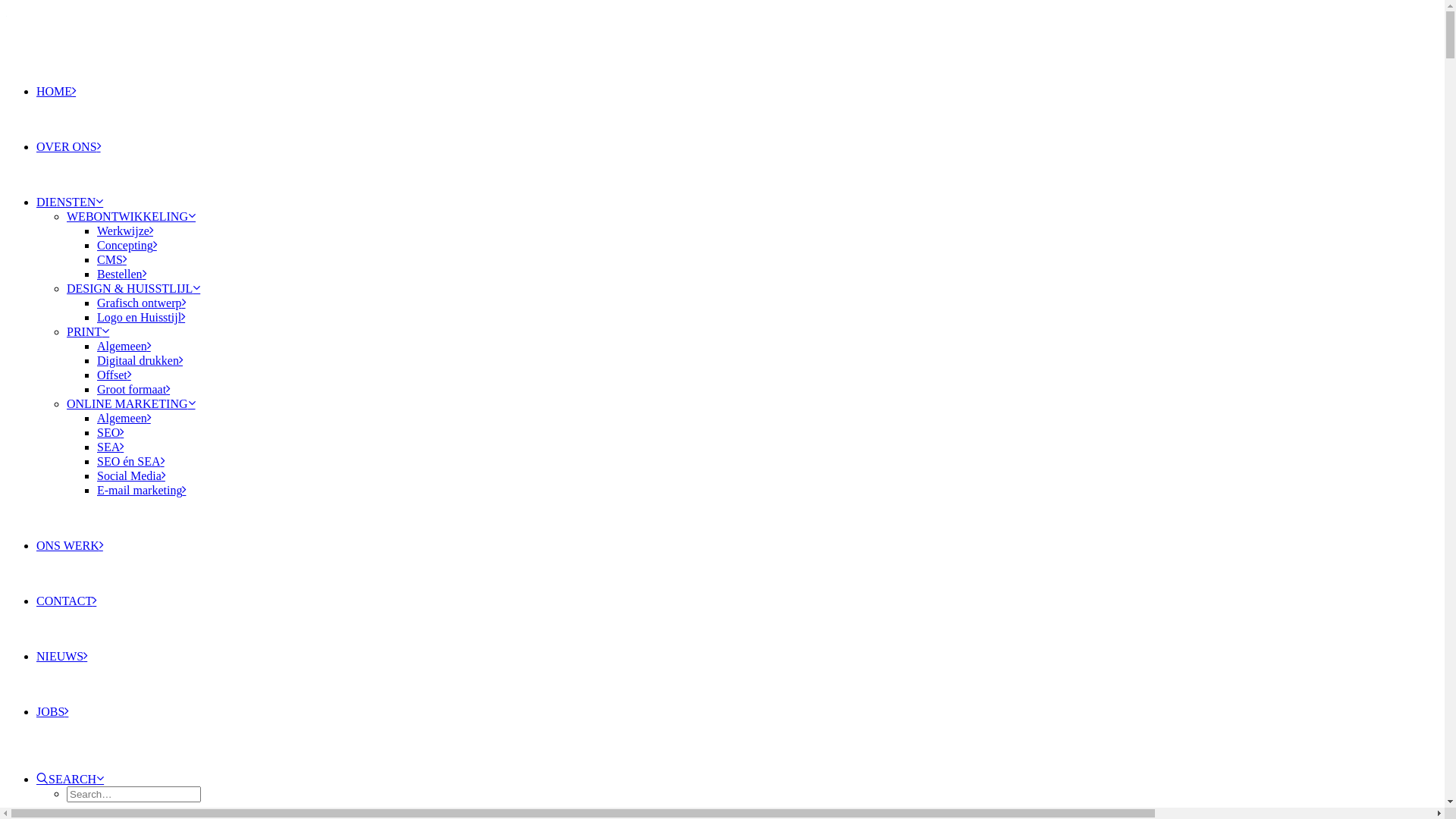 This screenshot has width=1456, height=819. What do you see at coordinates (133, 793) in the screenshot?
I see `'Search for:'` at bounding box center [133, 793].